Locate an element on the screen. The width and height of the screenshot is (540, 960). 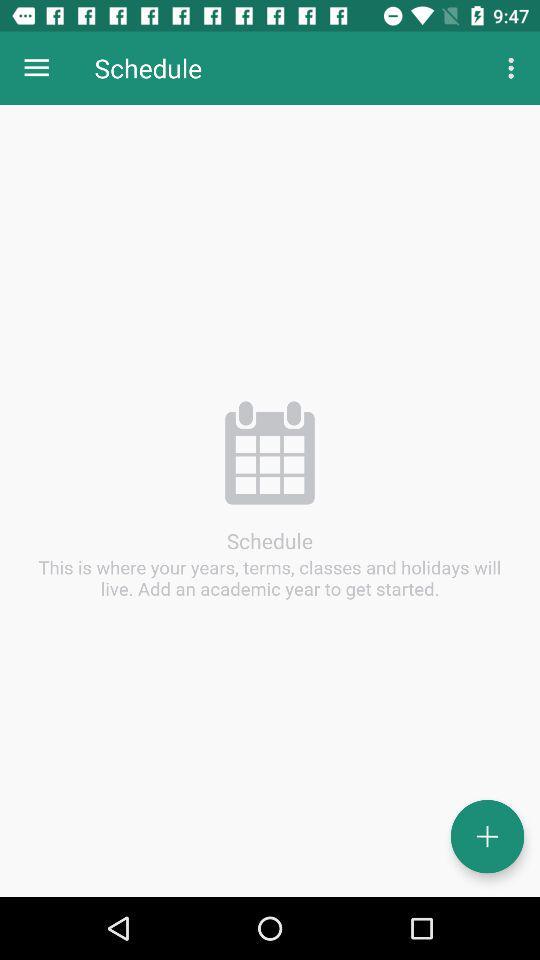
year is located at coordinates (486, 836).